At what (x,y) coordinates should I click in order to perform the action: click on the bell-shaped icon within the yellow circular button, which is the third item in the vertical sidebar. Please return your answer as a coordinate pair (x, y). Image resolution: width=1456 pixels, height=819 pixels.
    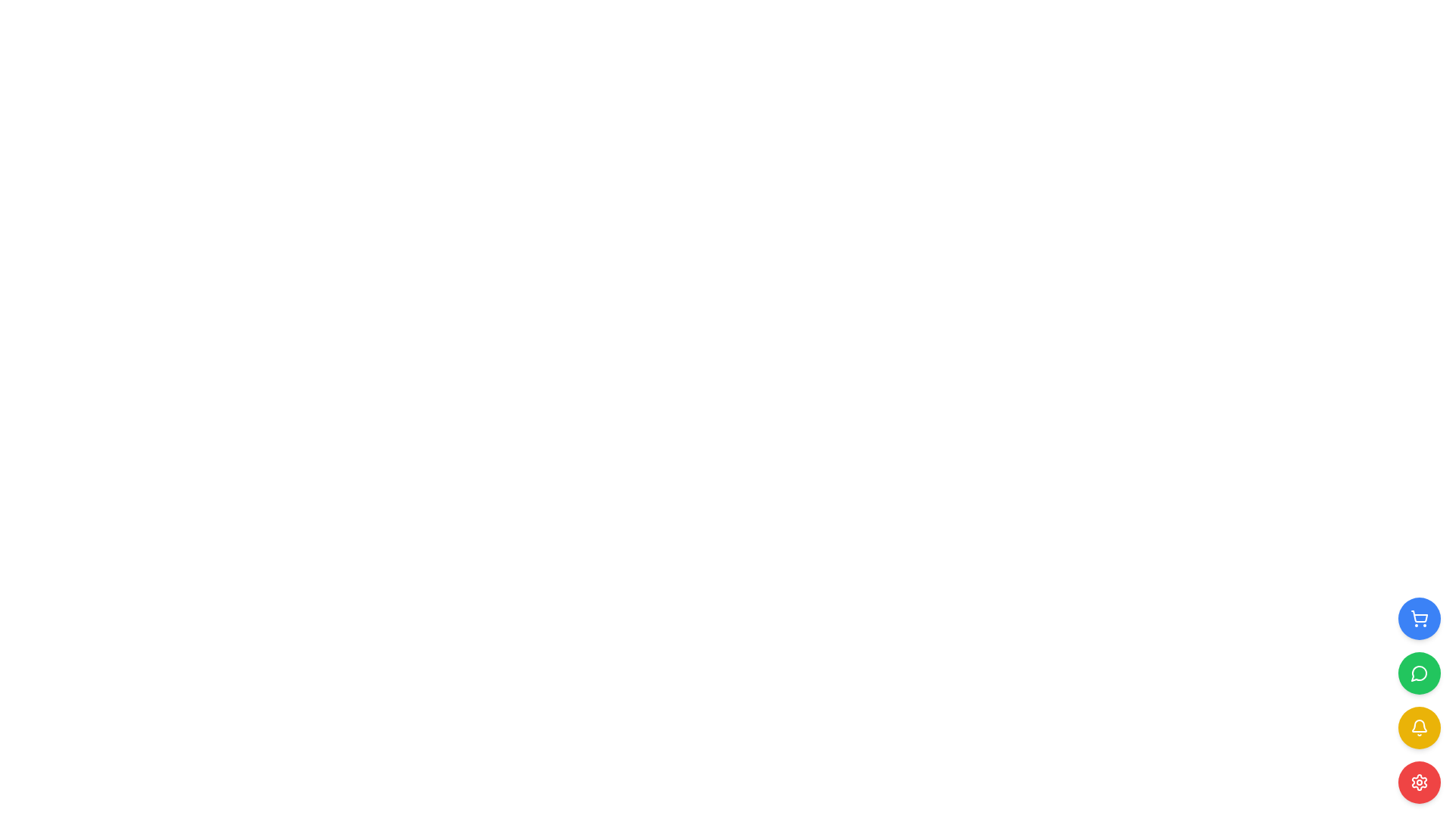
    Looking at the image, I should click on (1419, 727).